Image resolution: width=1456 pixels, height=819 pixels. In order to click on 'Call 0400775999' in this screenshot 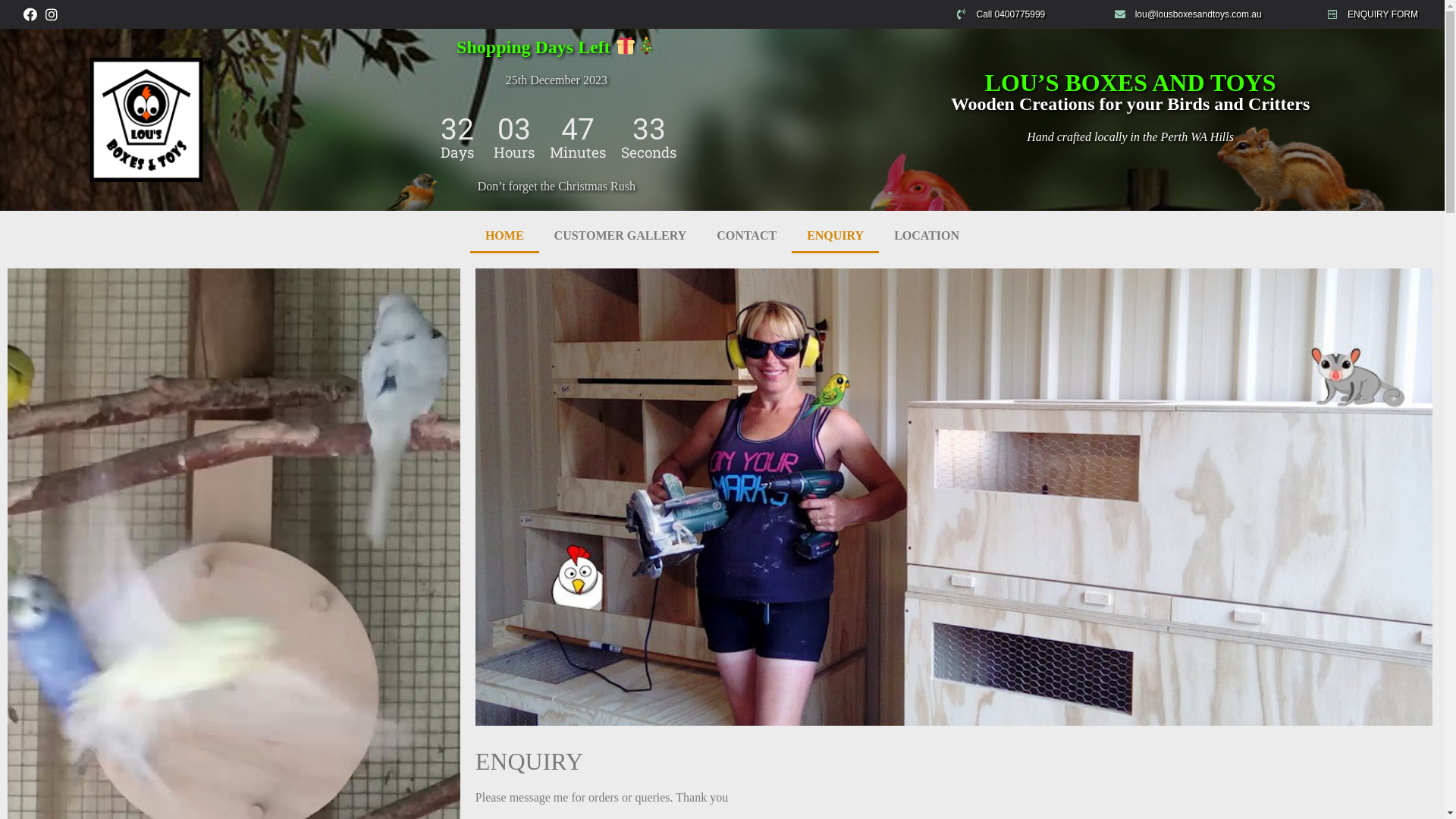, I will do `click(1026, 14)`.